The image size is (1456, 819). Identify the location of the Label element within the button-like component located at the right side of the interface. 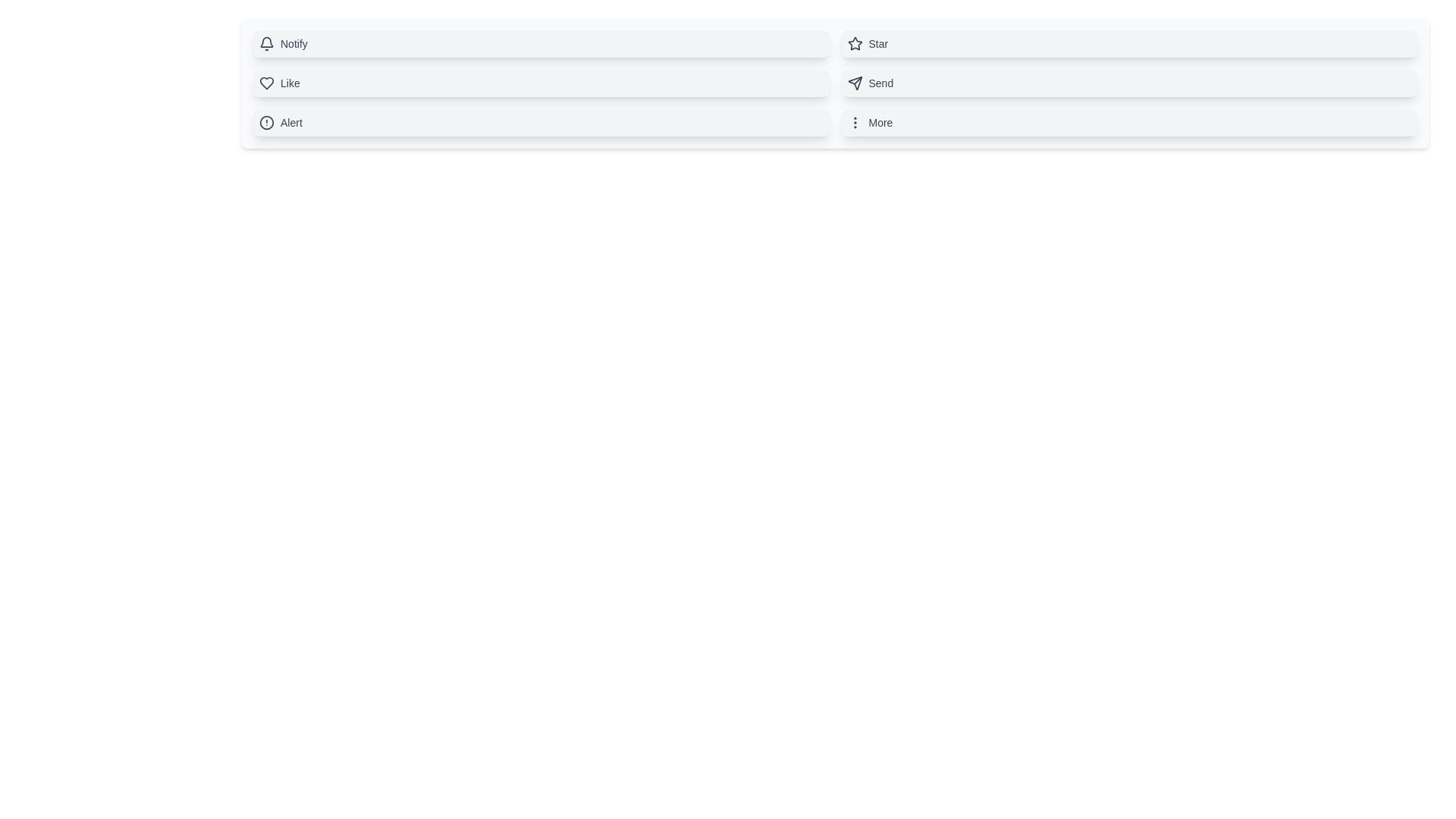
(880, 122).